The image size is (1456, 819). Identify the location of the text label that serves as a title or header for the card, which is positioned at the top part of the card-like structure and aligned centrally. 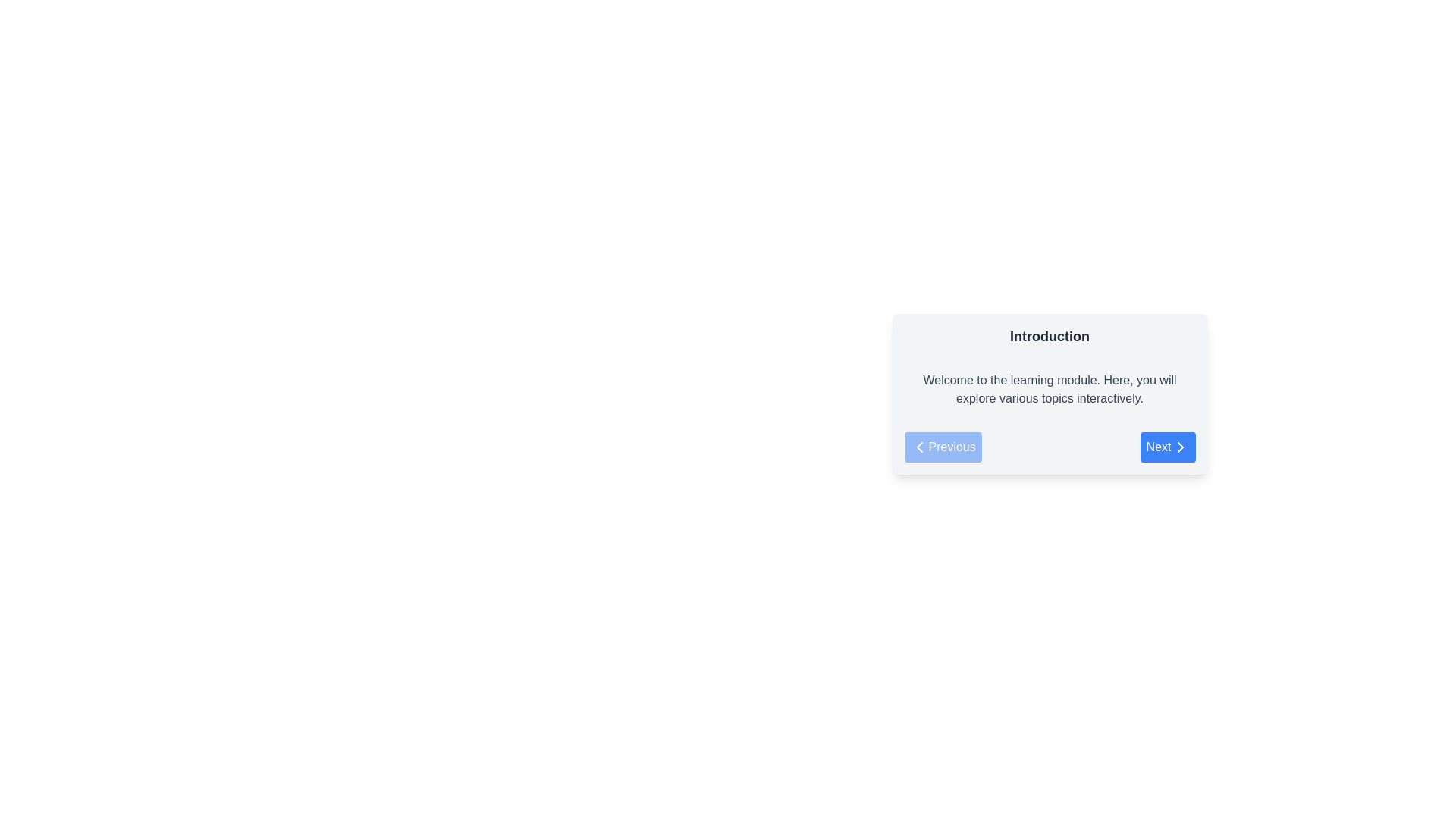
(1049, 335).